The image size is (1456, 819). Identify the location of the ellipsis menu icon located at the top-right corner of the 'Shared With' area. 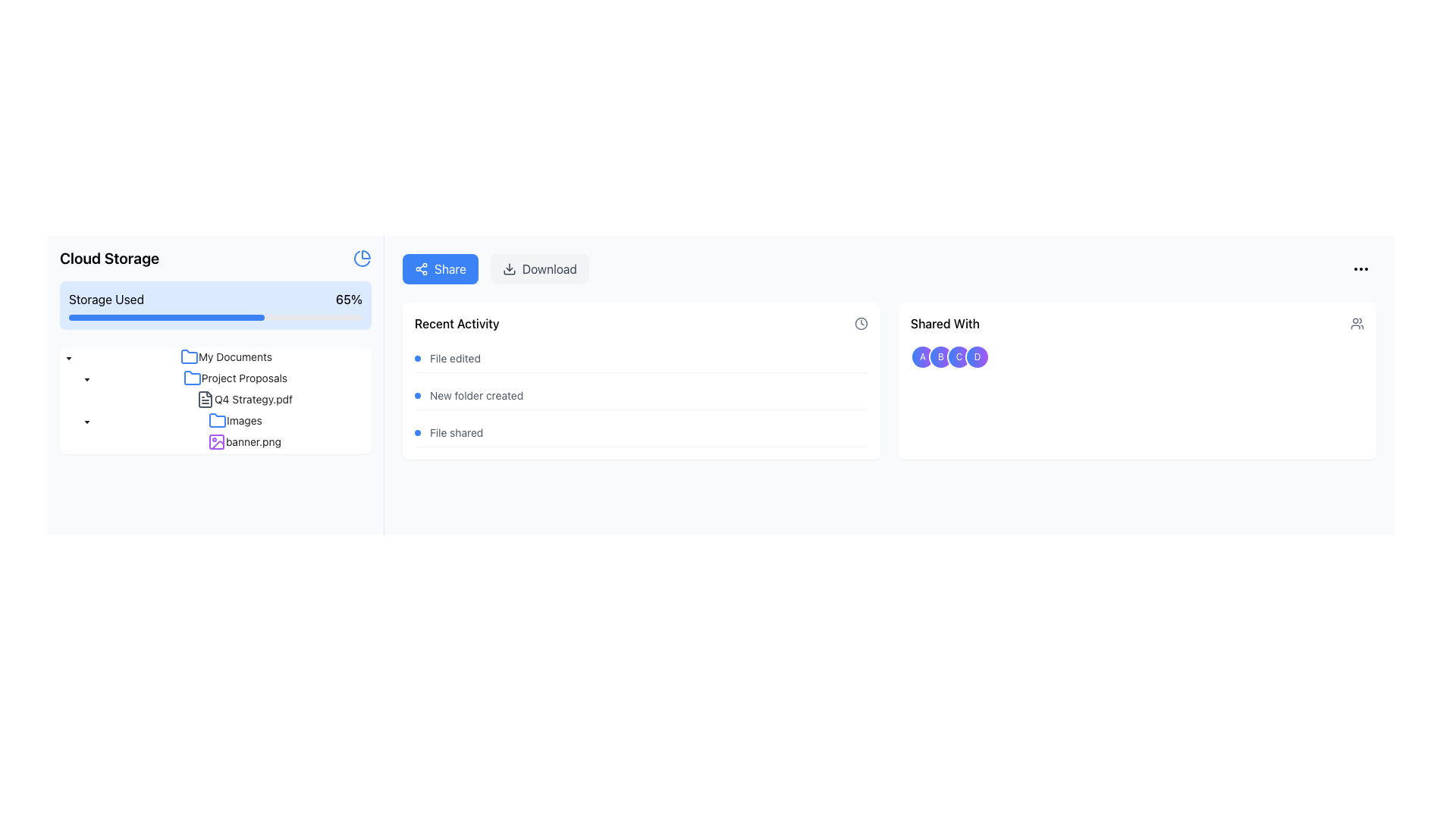
(1361, 268).